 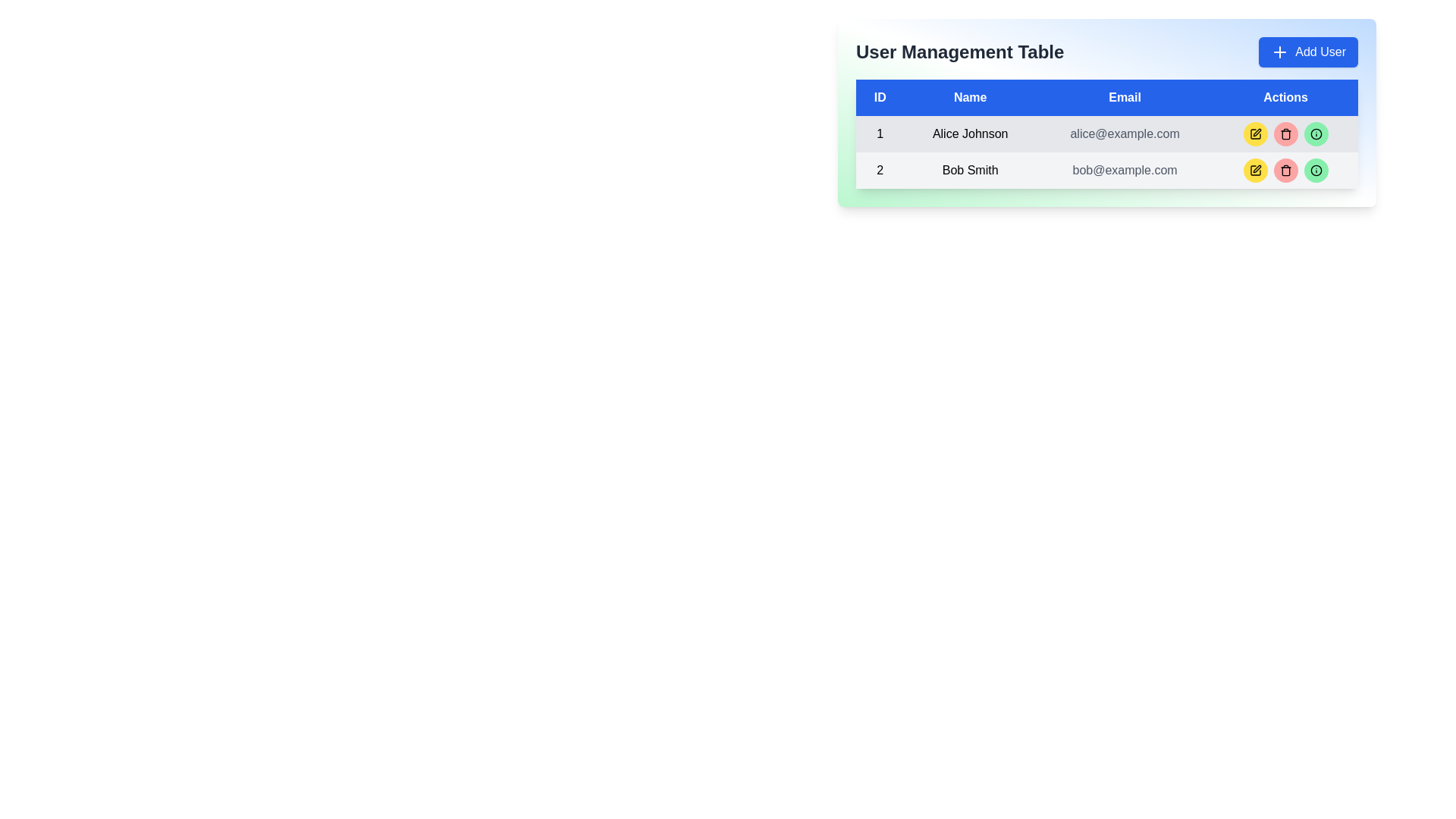 I want to click on the delete button located in the 'Actions' column of the second row for user 'Bob Smith', so click(x=1285, y=170).